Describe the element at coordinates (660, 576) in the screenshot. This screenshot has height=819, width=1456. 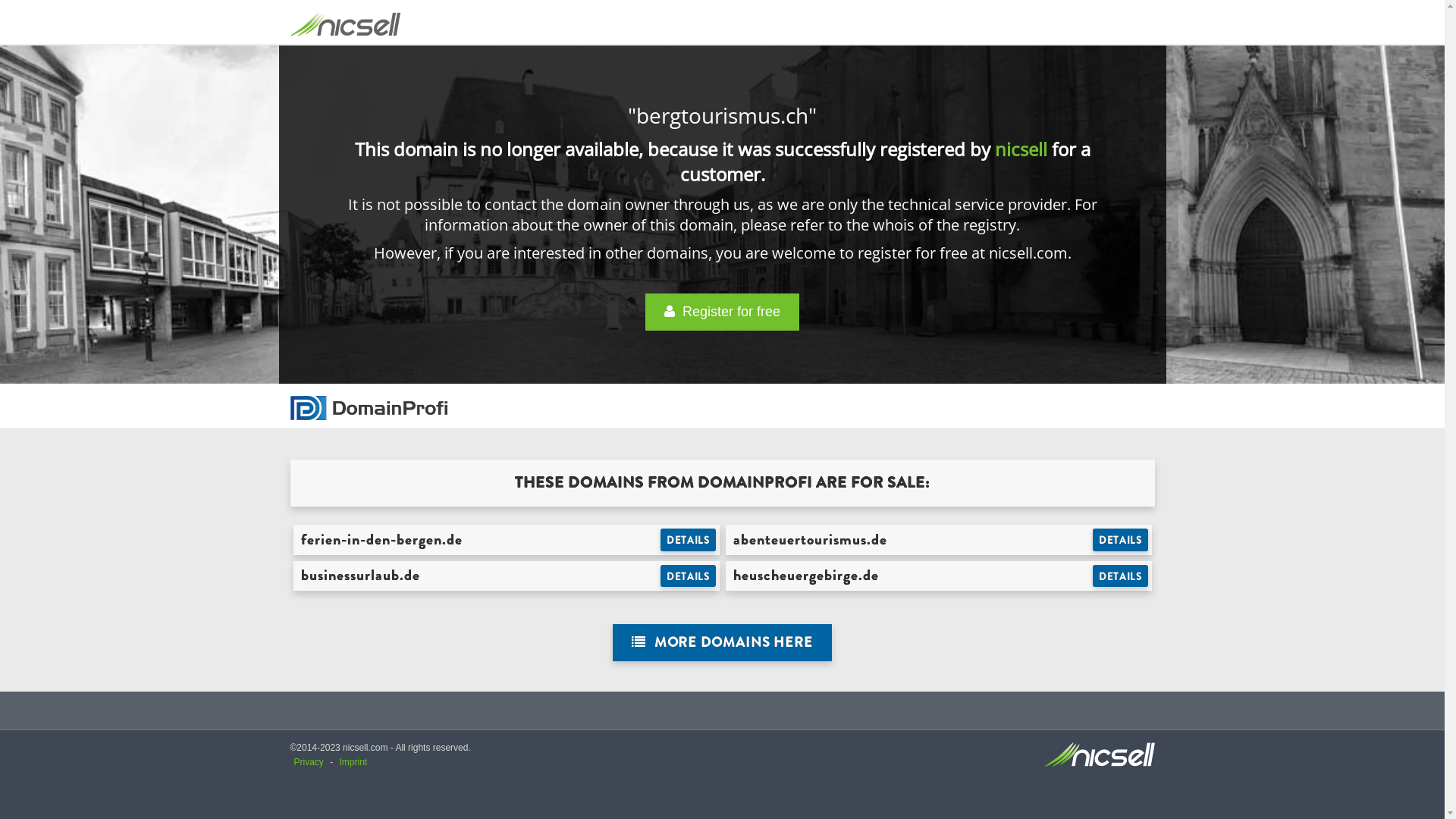
I see `'DETAILS'` at that location.